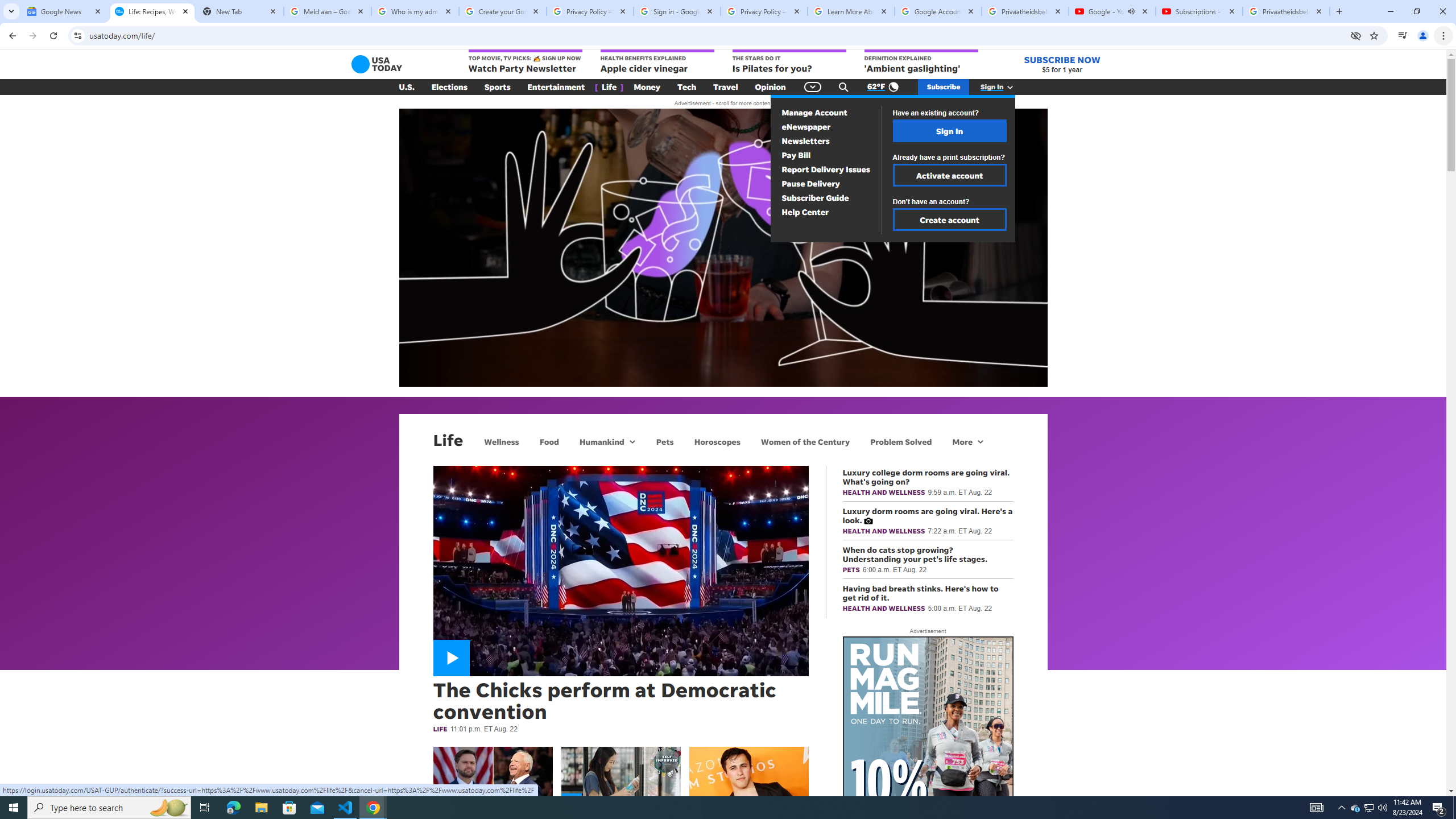 This screenshot has height=819, width=1456. What do you see at coordinates (448, 87) in the screenshot?
I see `'Elections'` at bounding box center [448, 87].